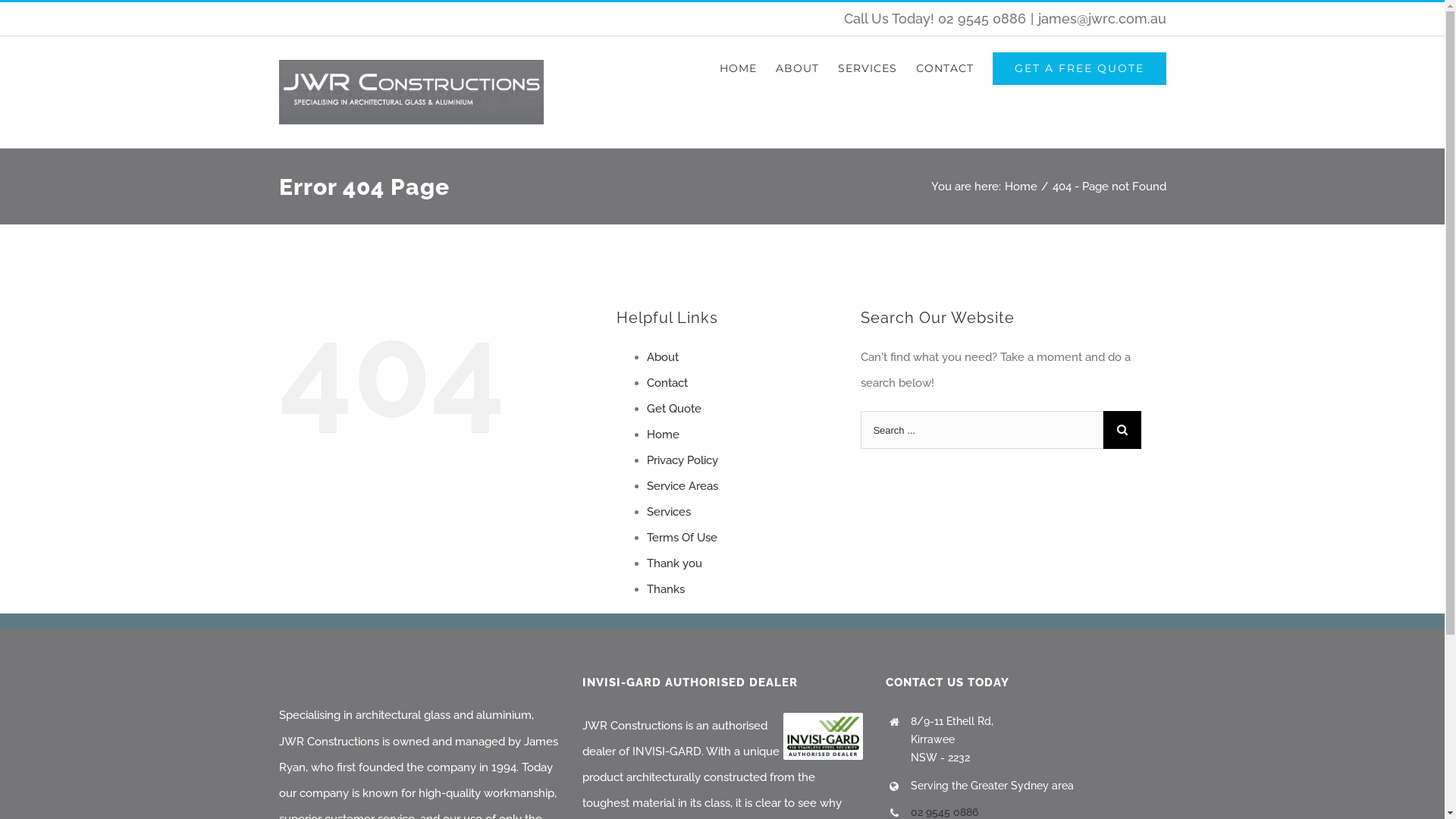 Image resolution: width=1456 pixels, height=819 pixels. Describe the element at coordinates (1020, 186) in the screenshot. I see `'Home'` at that location.